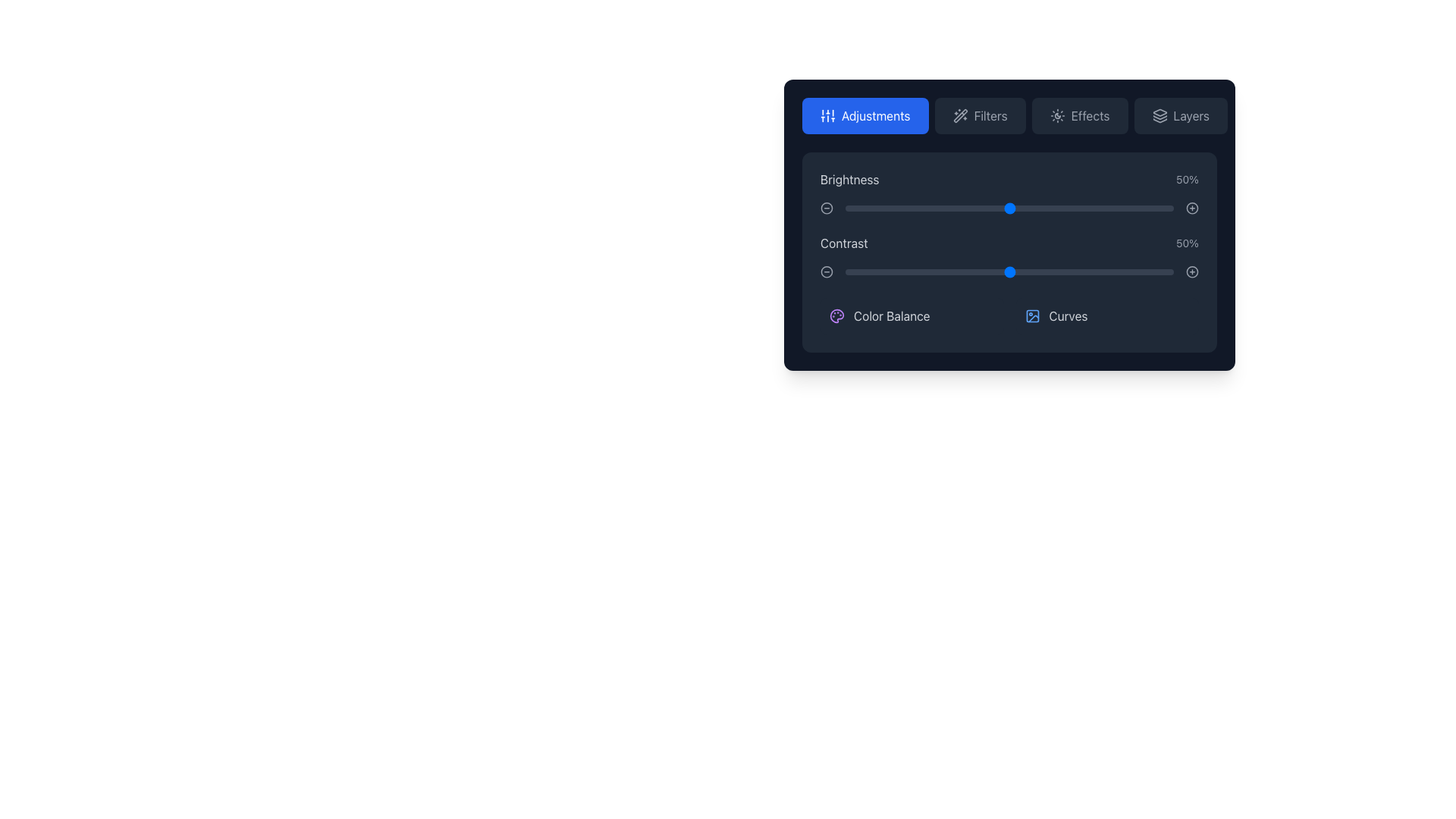 The width and height of the screenshot is (1456, 819). I want to click on the 'Filters' button, which is a rectangular button with a gray background and a wand icon, located second from the left in a row of buttons at the top of the interface, so click(980, 115).